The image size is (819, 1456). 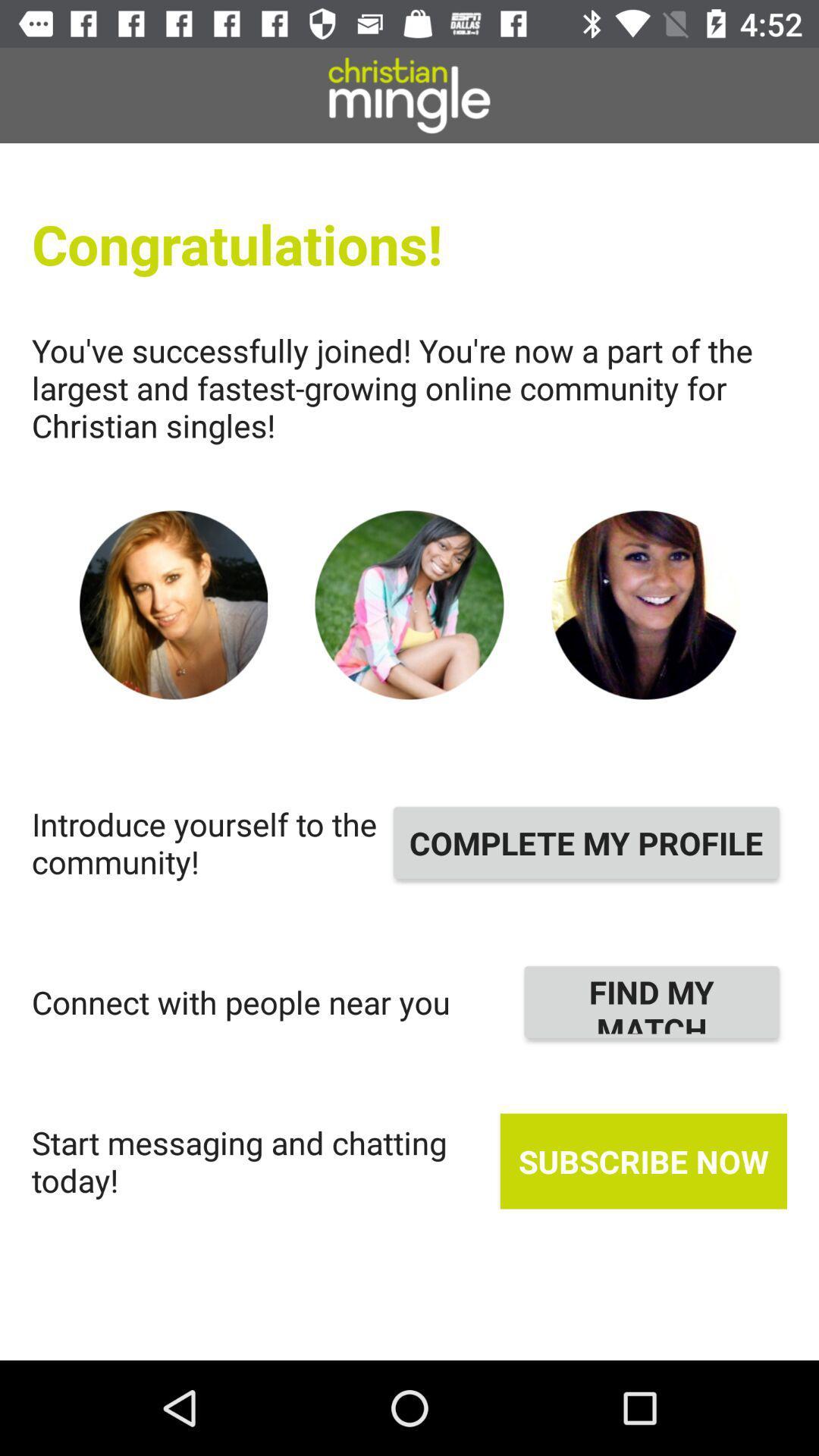 I want to click on icon above the find my match, so click(x=585, y=842).